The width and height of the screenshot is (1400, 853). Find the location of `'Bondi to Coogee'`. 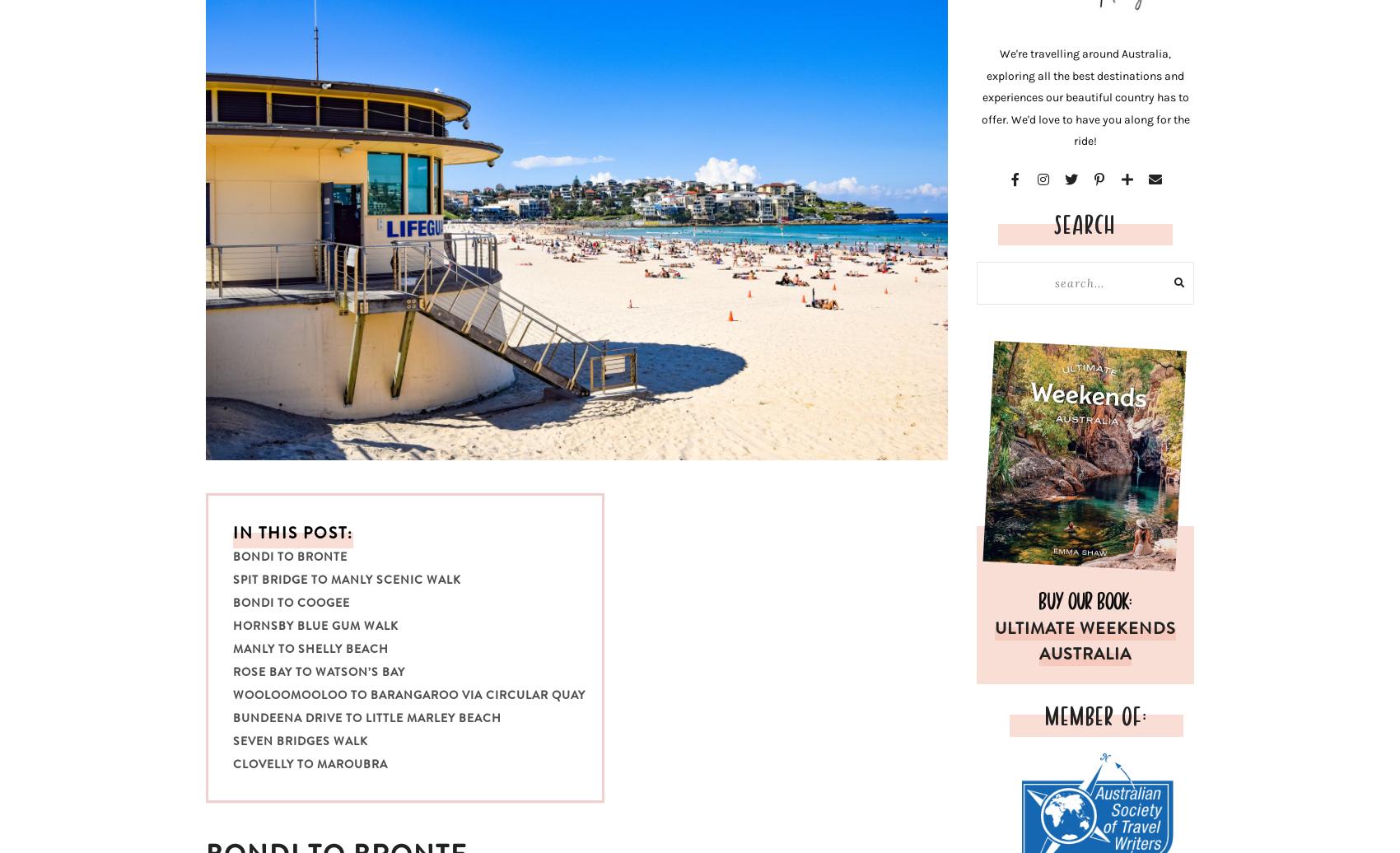

'Bondi to Coogee' is located at coordinates (290, 603).